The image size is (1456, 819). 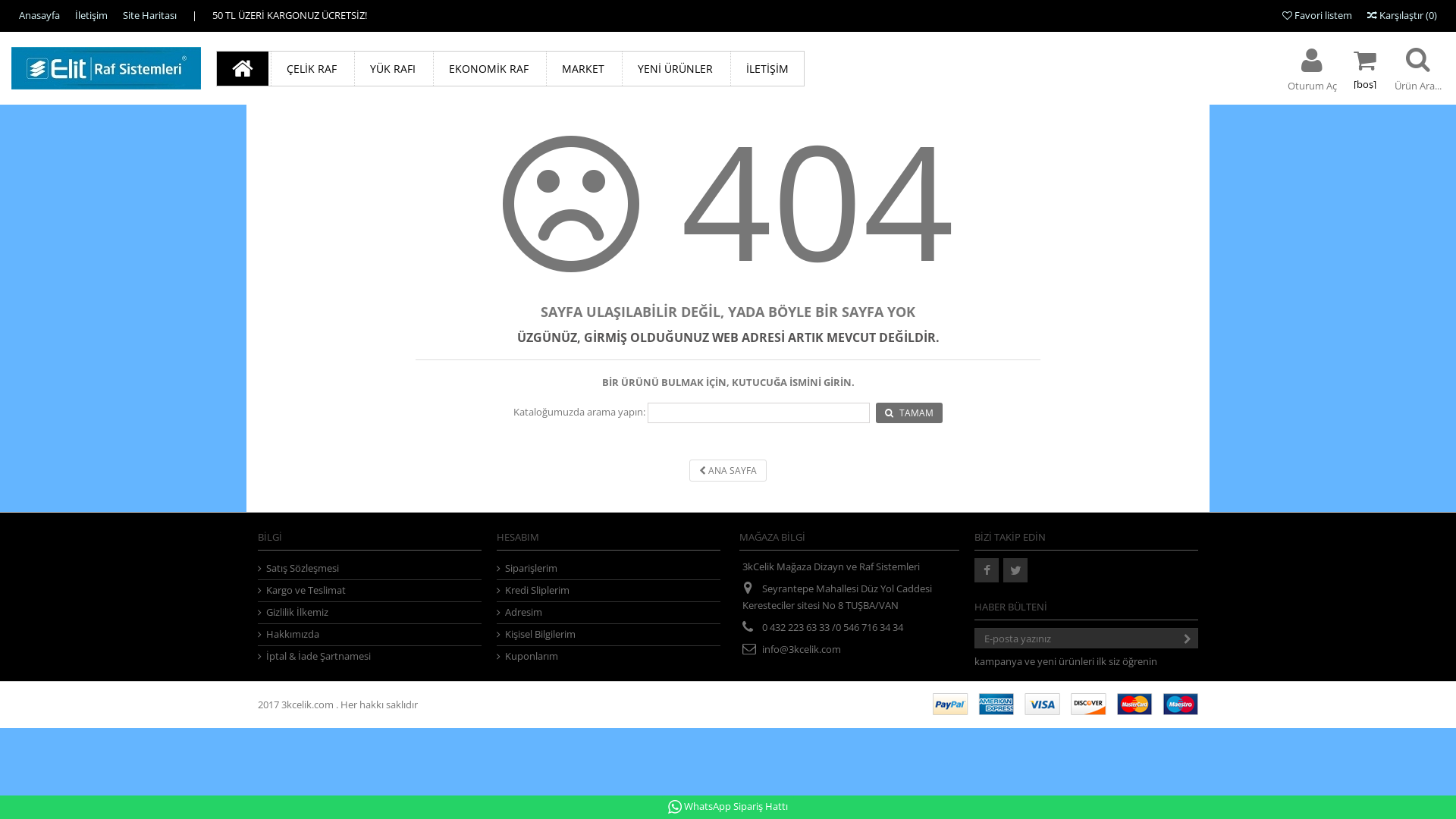 What do you see at coordinates (258, 589) in the screenshot?
I see `'Kargo ve Teslimat'` at bounding box center [258, 589].